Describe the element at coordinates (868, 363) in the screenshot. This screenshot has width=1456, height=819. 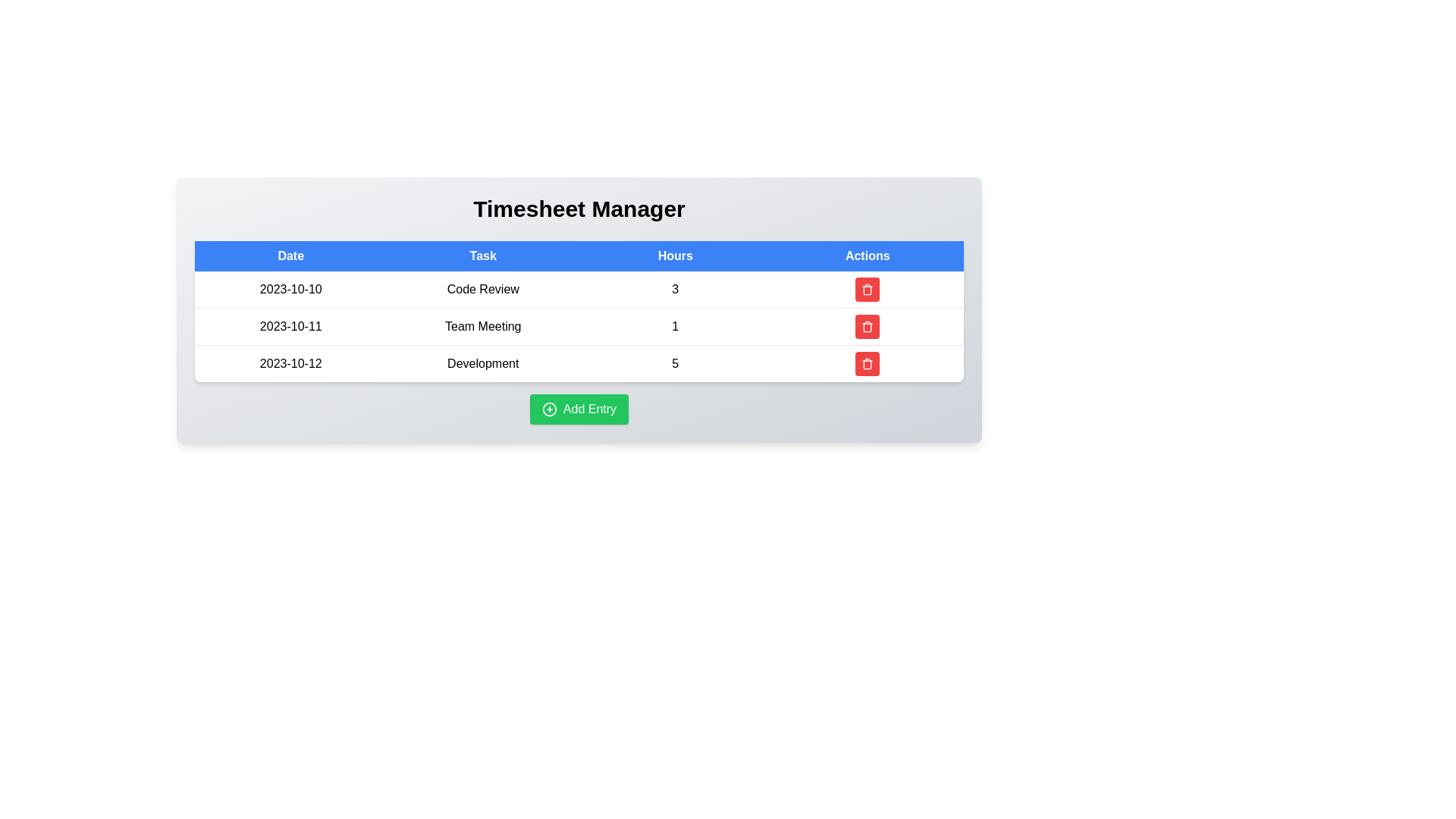
I see `the small red rounded button with a white trash can icon in the 'Actions' column of the '2023-10-12 Development' entry to trigger the hover effect` at that location.